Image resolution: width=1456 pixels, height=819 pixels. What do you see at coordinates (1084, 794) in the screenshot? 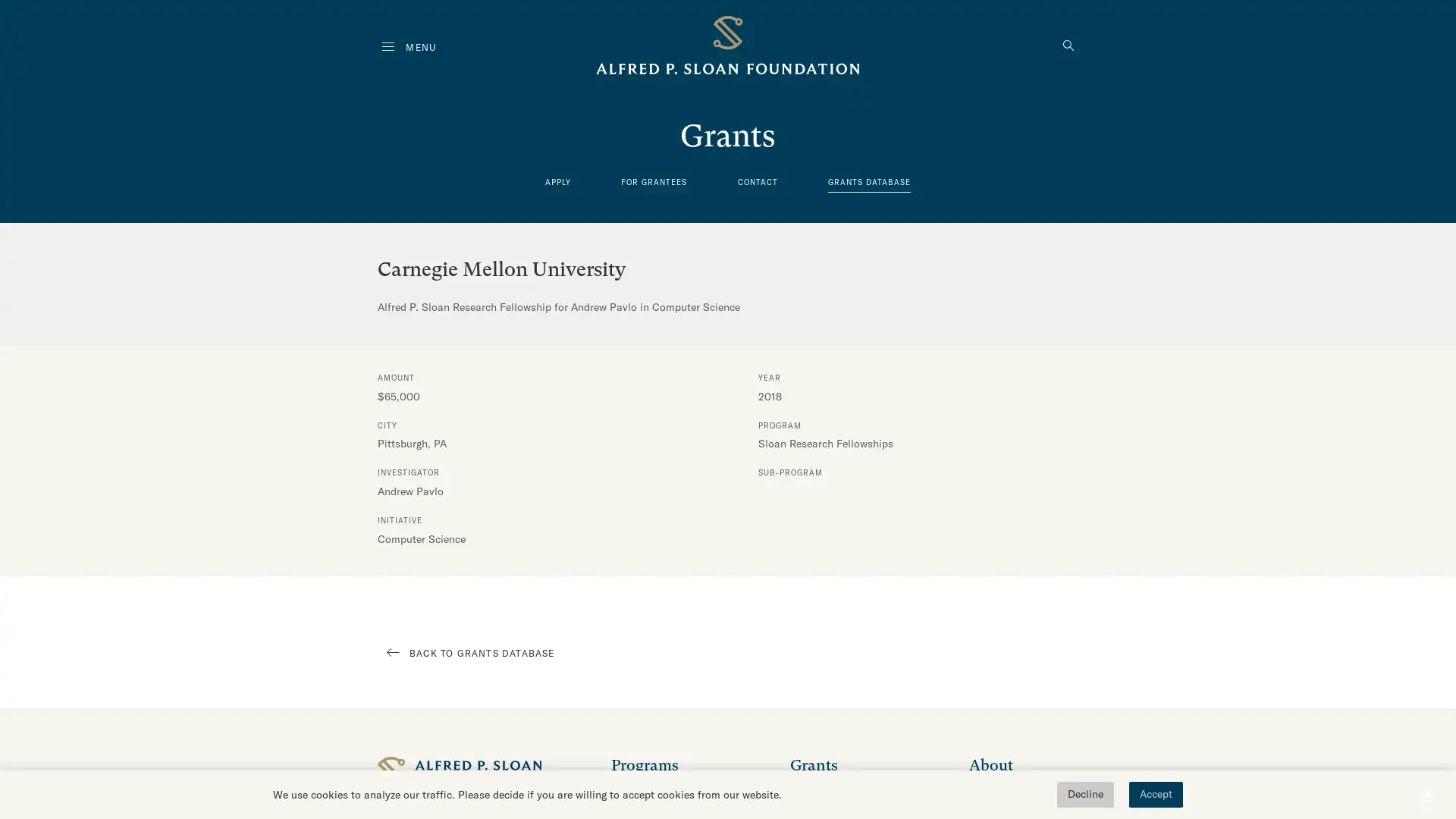
I see `Decline` at bounding box center [1084, 794].